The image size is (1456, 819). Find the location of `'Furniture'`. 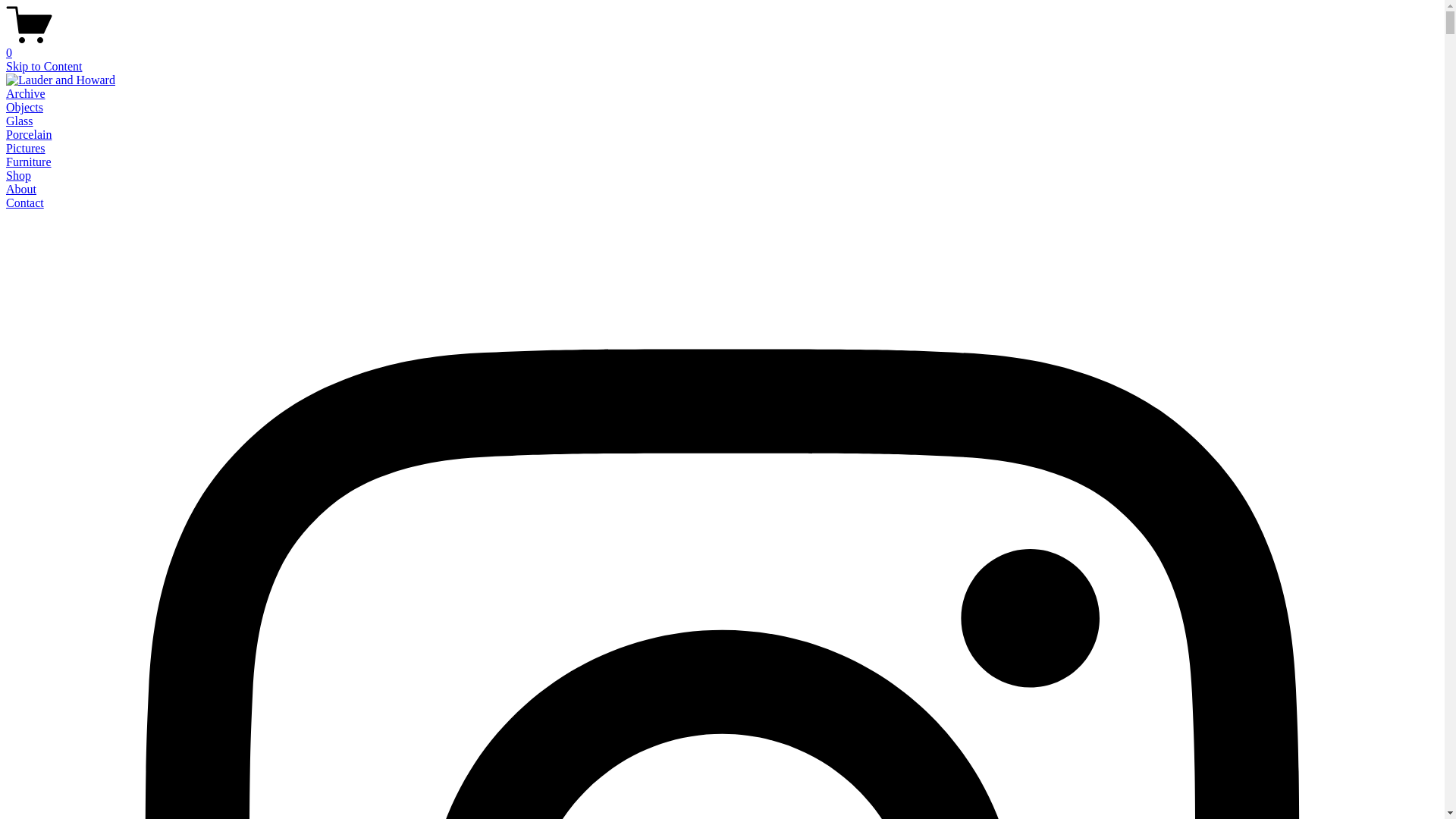

'Furniture' is located at coordinates (29, 162).